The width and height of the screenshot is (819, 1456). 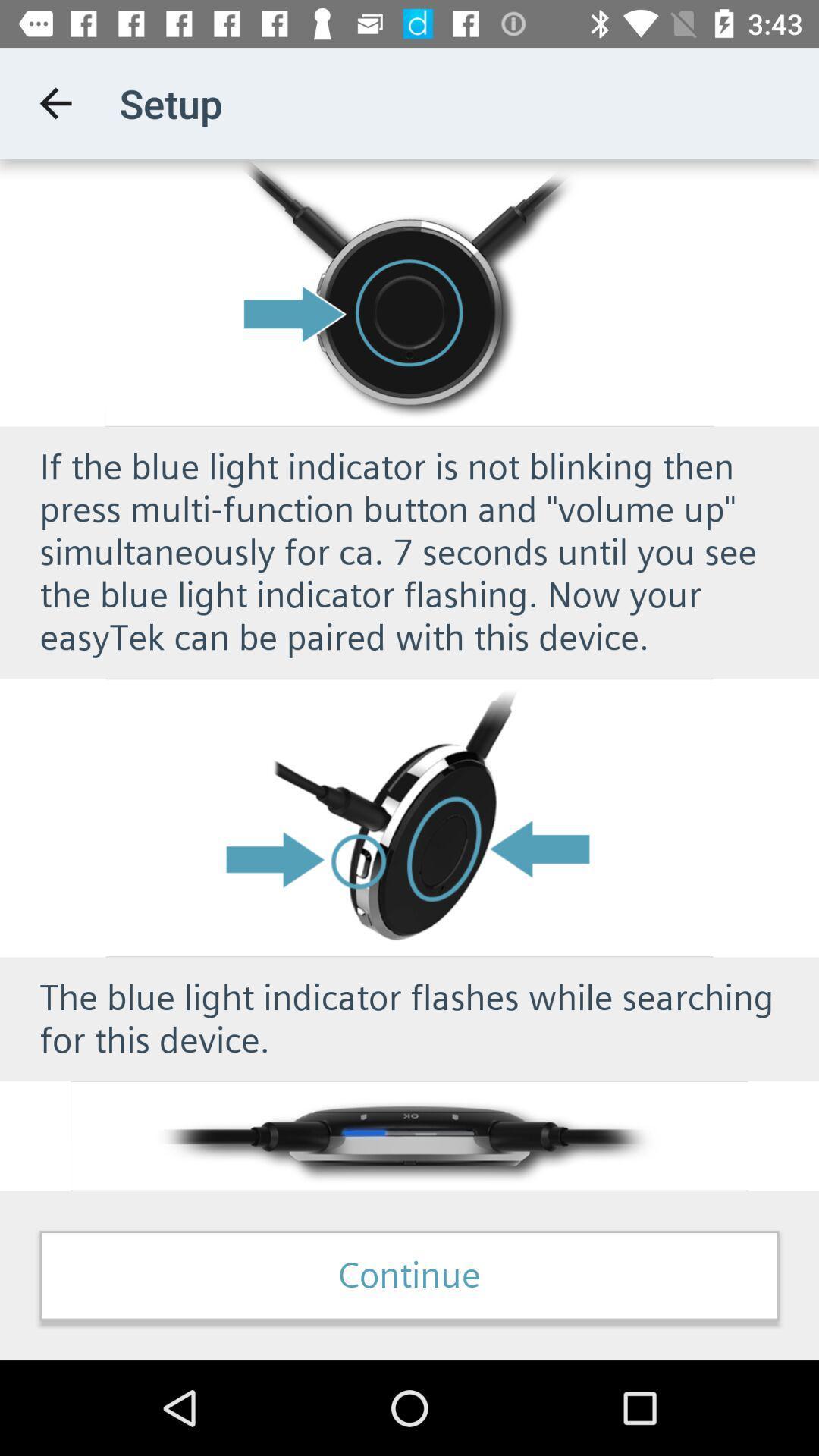 What do you see at coordinates (55, 102) in the screenshot?
I see `the icon to the left of setup app` at bounding box center [55, 102].